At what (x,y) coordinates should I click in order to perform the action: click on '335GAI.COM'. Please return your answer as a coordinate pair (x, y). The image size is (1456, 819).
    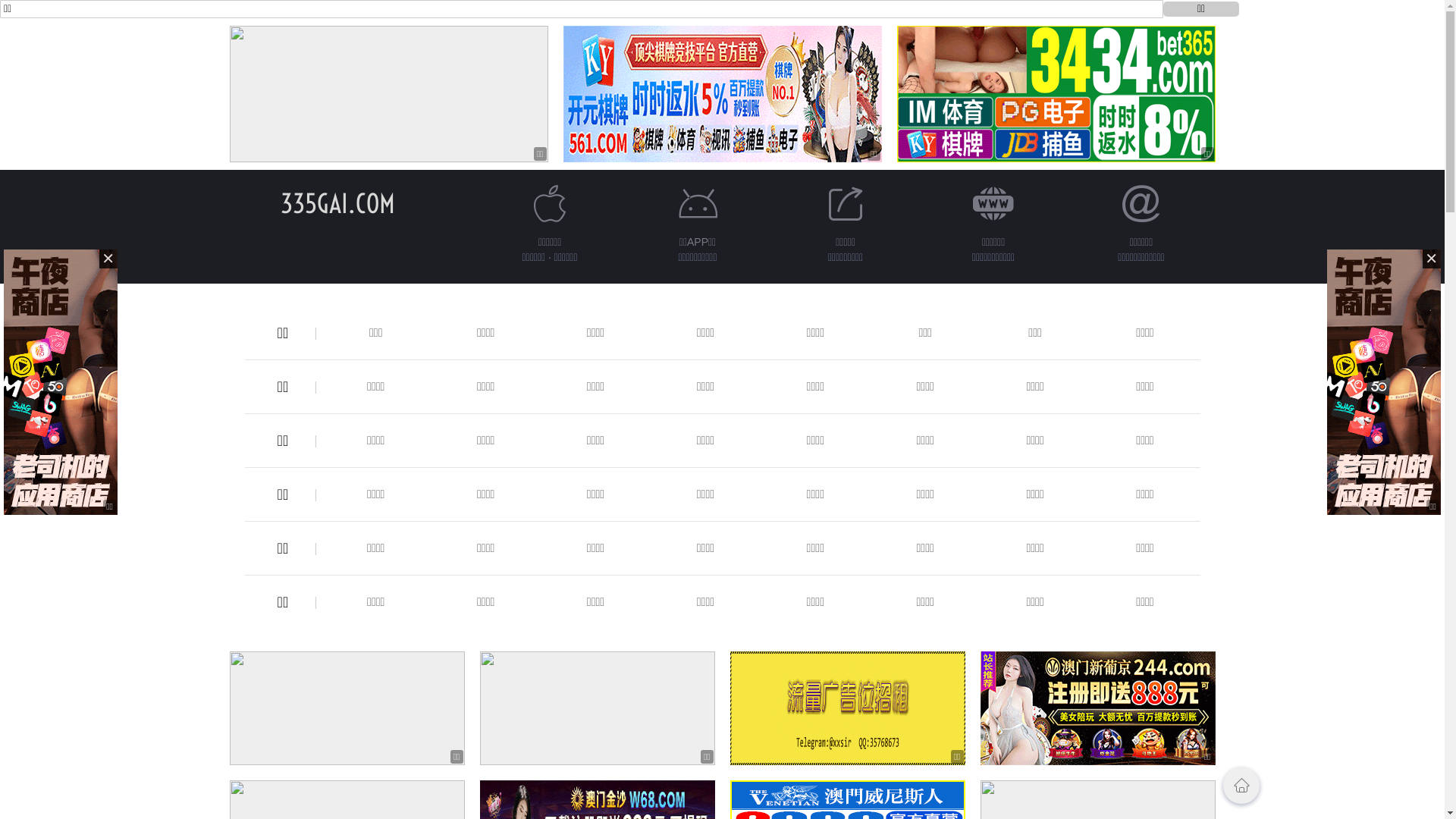
    Looking at the image, I should click on (337, 202).